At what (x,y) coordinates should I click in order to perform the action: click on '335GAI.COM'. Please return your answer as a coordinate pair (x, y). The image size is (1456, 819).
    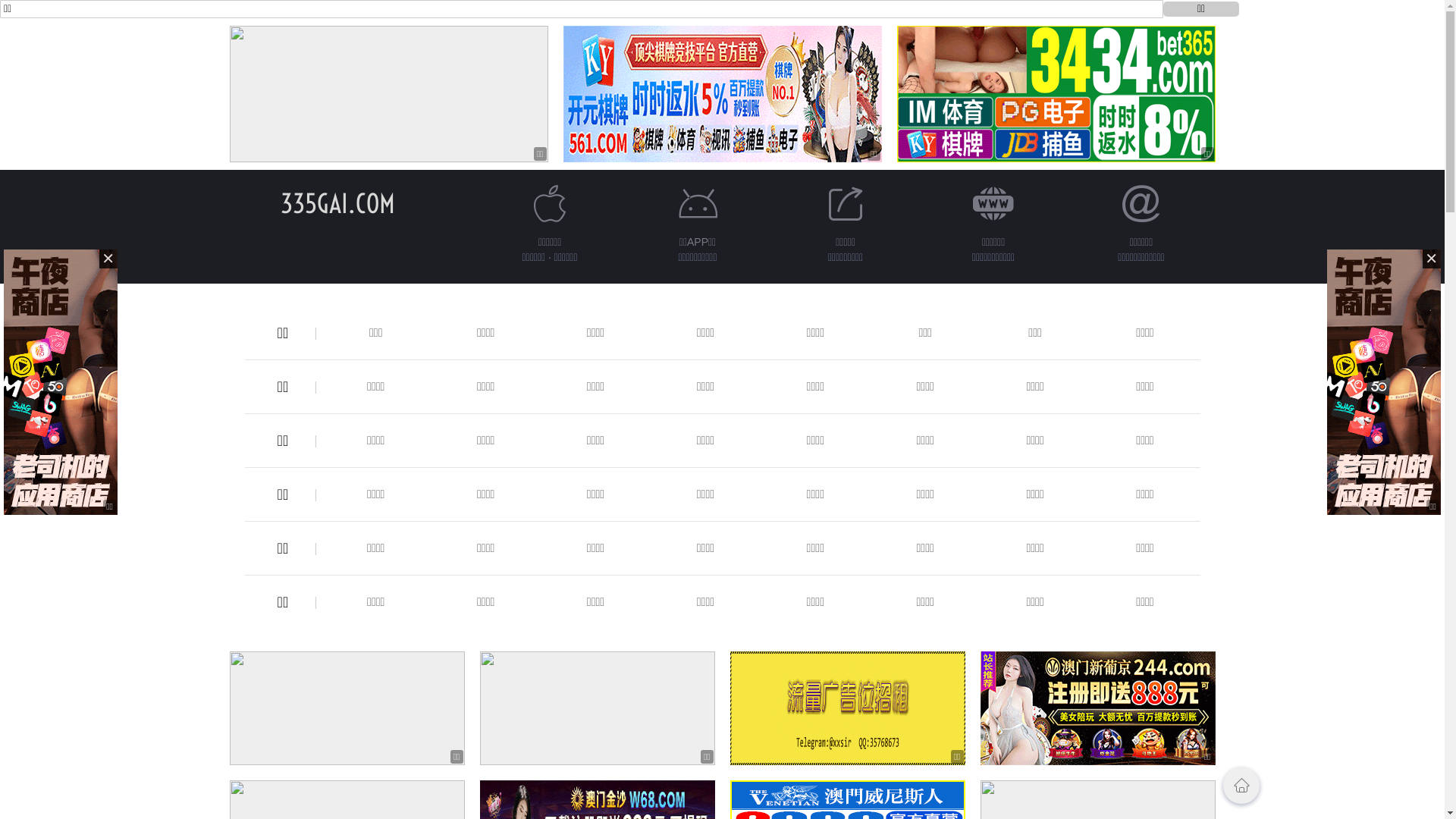
    Looking at the image, I should click on (337, 202).